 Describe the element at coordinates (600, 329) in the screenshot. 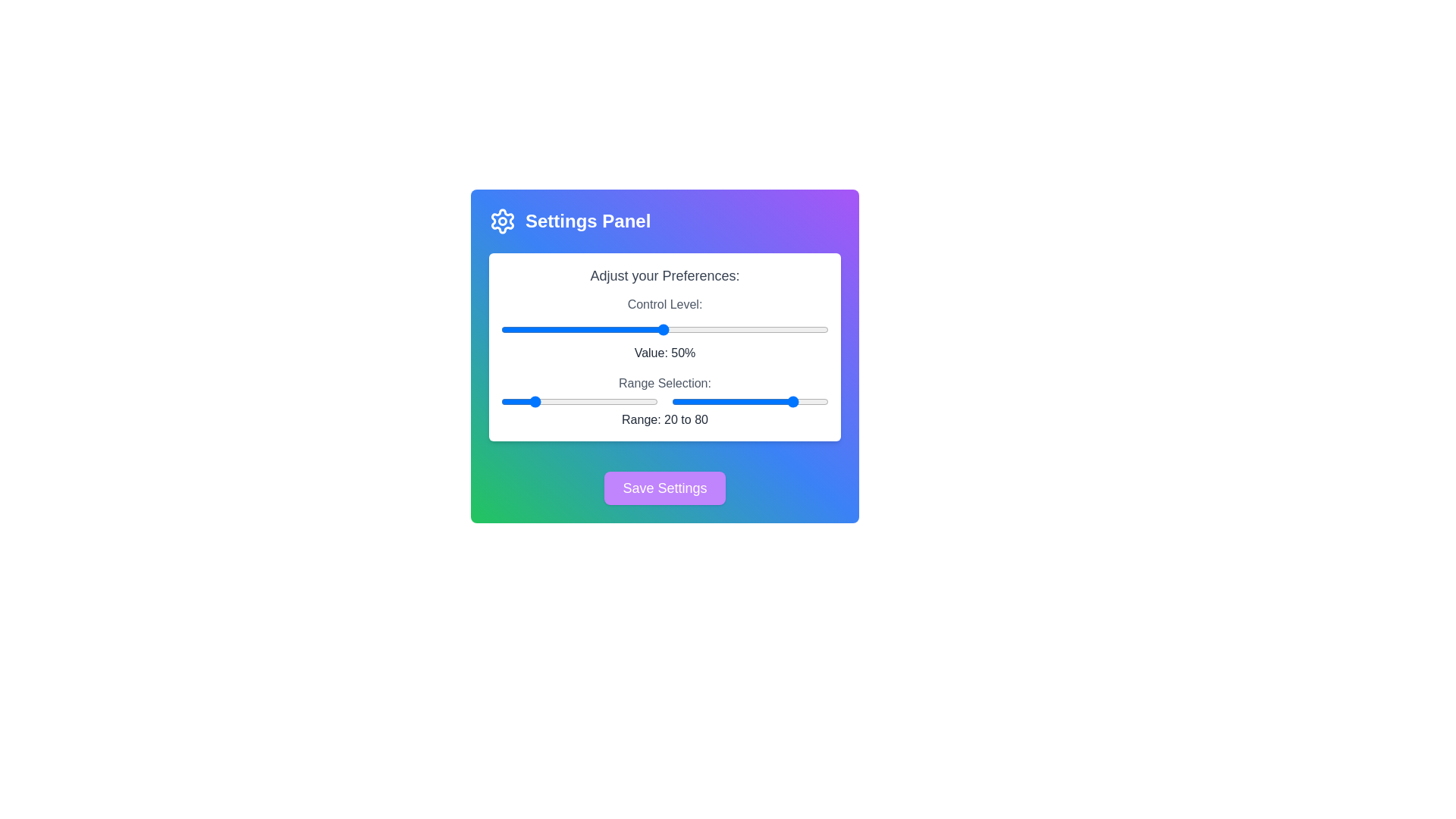

I see `the control level` at that location.